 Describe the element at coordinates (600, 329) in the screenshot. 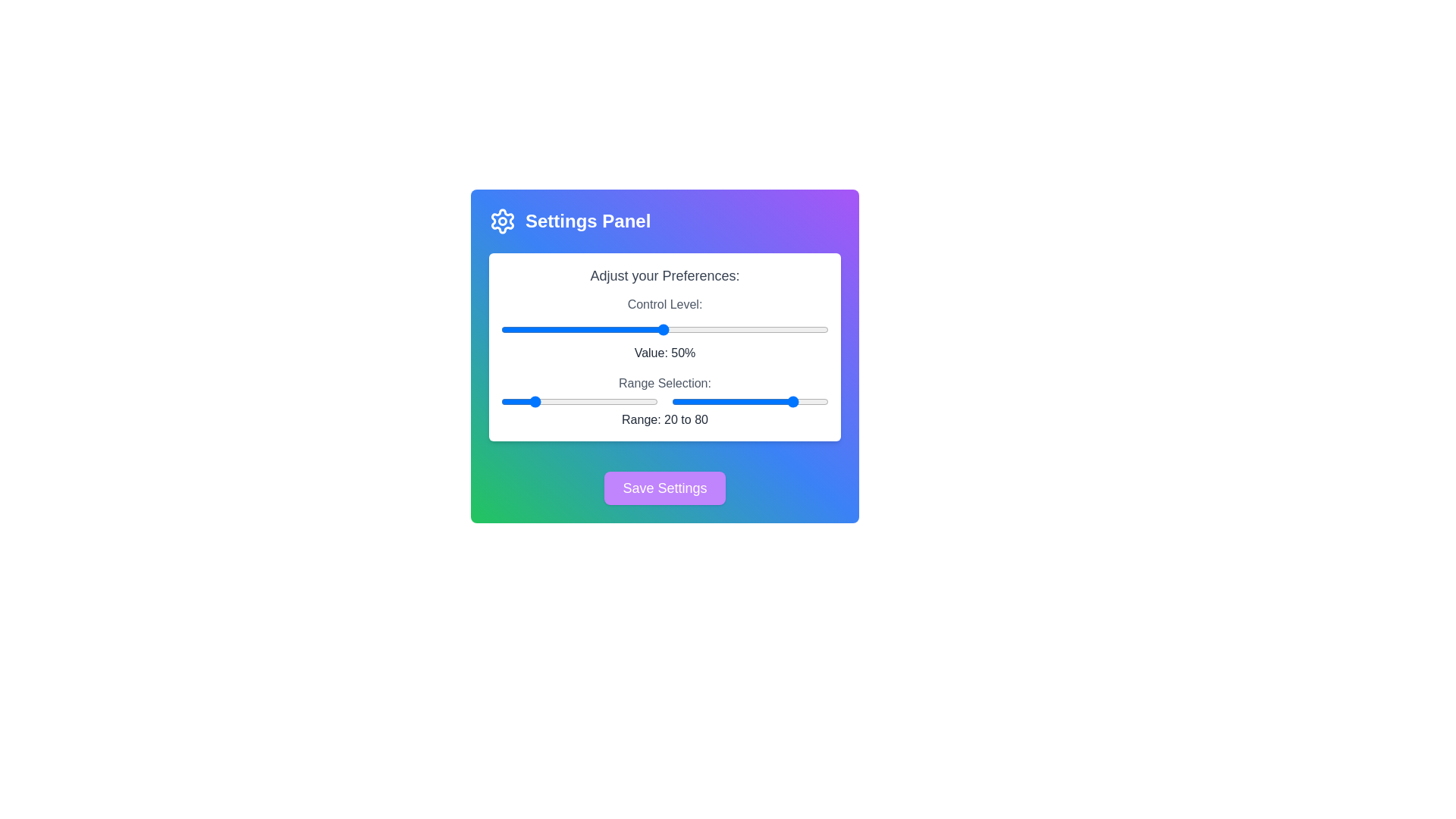

I see `the control level` at that location.